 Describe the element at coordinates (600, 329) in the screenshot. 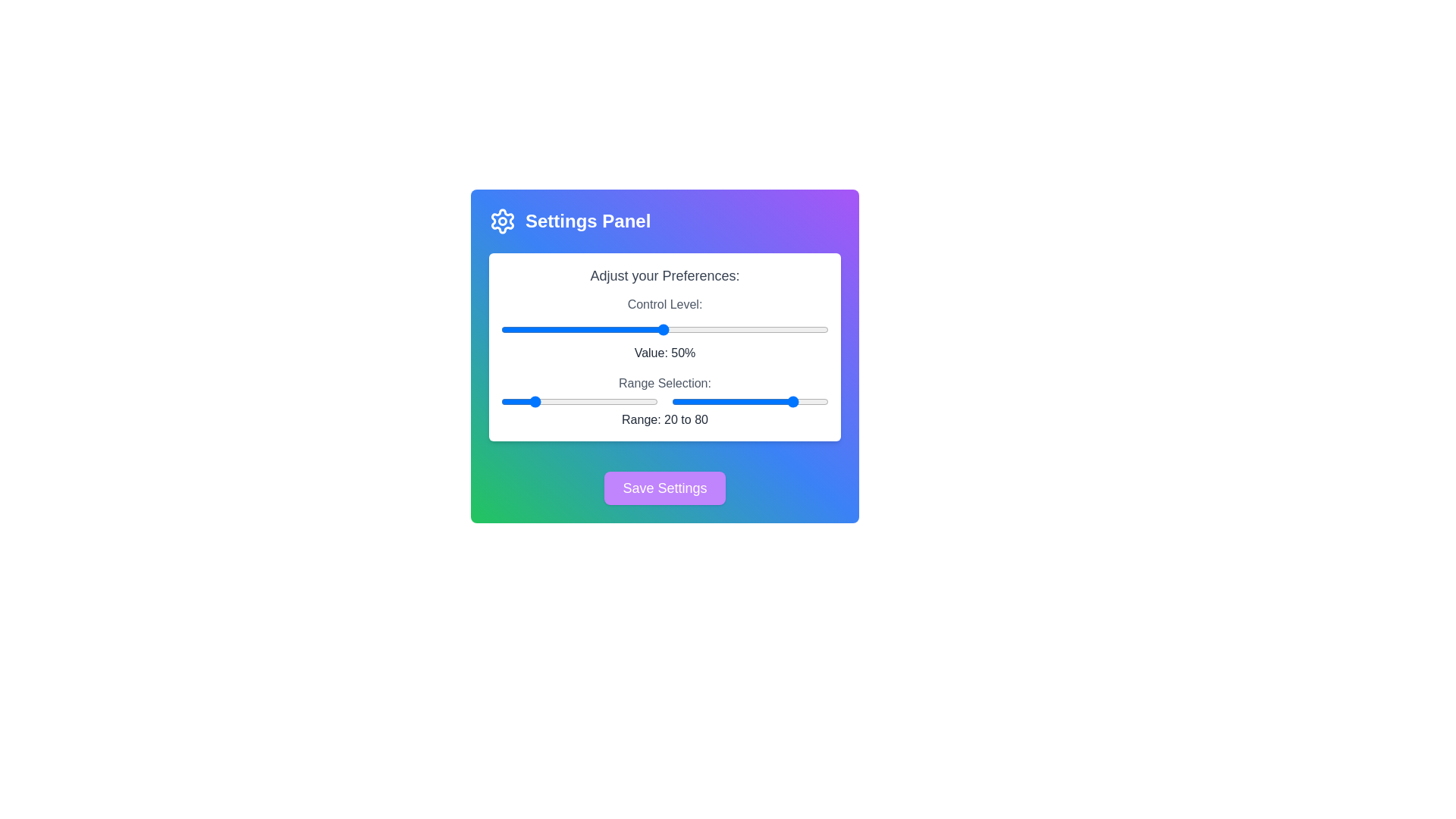

I see `the control level` at that location.